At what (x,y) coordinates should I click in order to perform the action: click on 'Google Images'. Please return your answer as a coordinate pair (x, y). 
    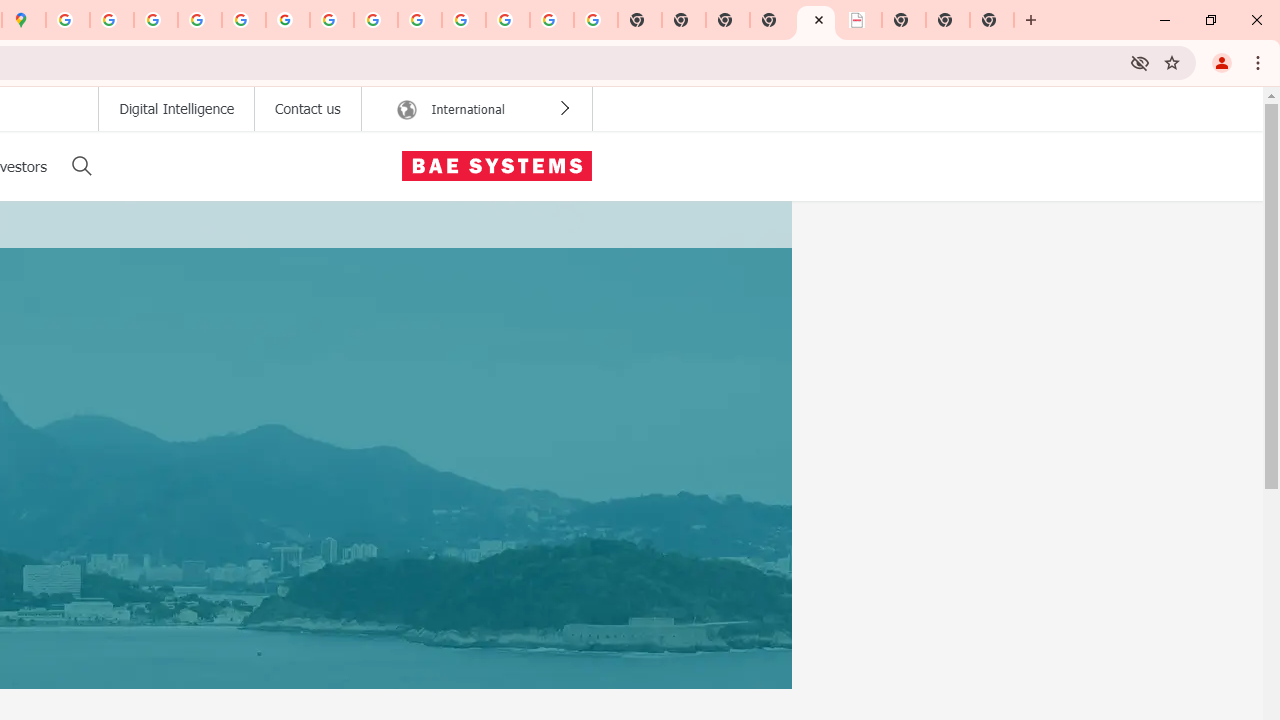
    Looking at the image, I should click on (594, 20).